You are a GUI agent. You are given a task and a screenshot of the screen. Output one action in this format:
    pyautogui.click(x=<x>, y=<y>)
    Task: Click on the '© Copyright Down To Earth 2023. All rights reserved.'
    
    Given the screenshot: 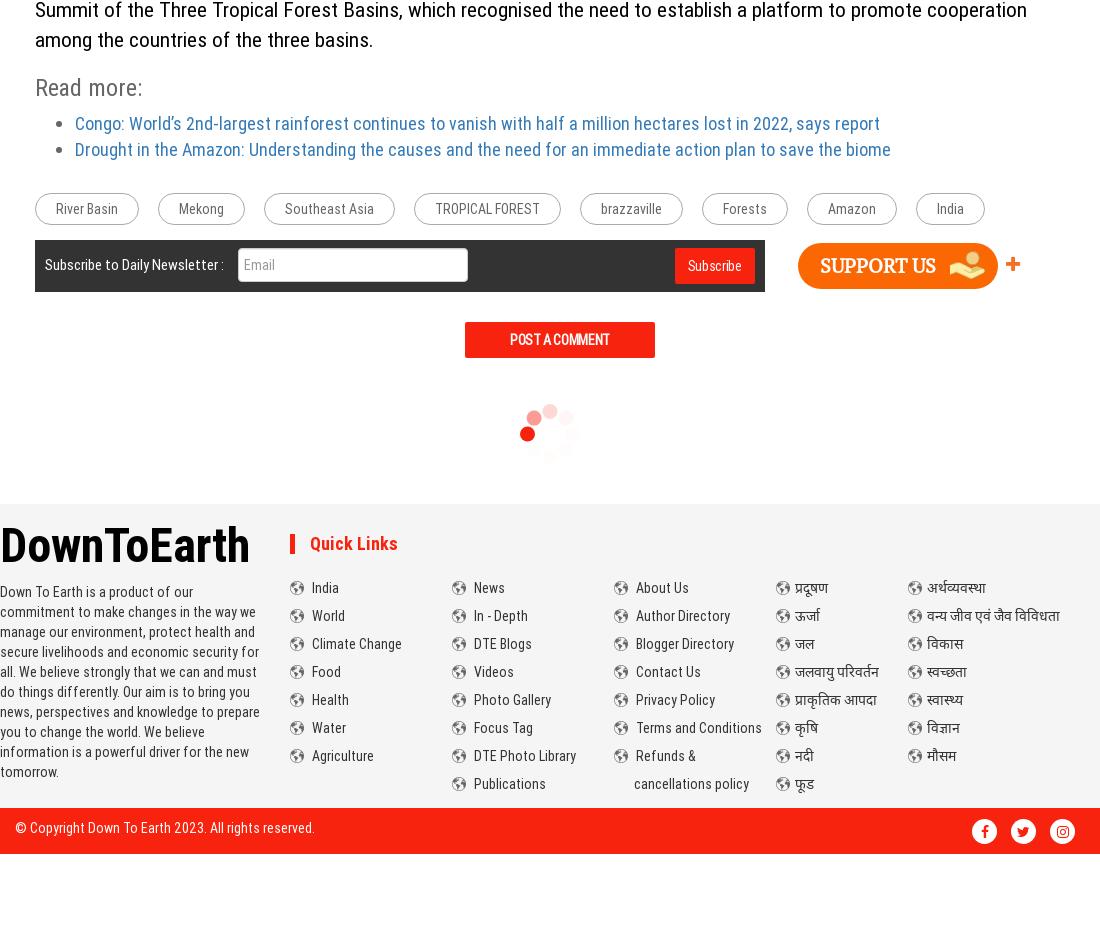 What is the action you would take?
    pyautogui.click(x=164, y=827)
    